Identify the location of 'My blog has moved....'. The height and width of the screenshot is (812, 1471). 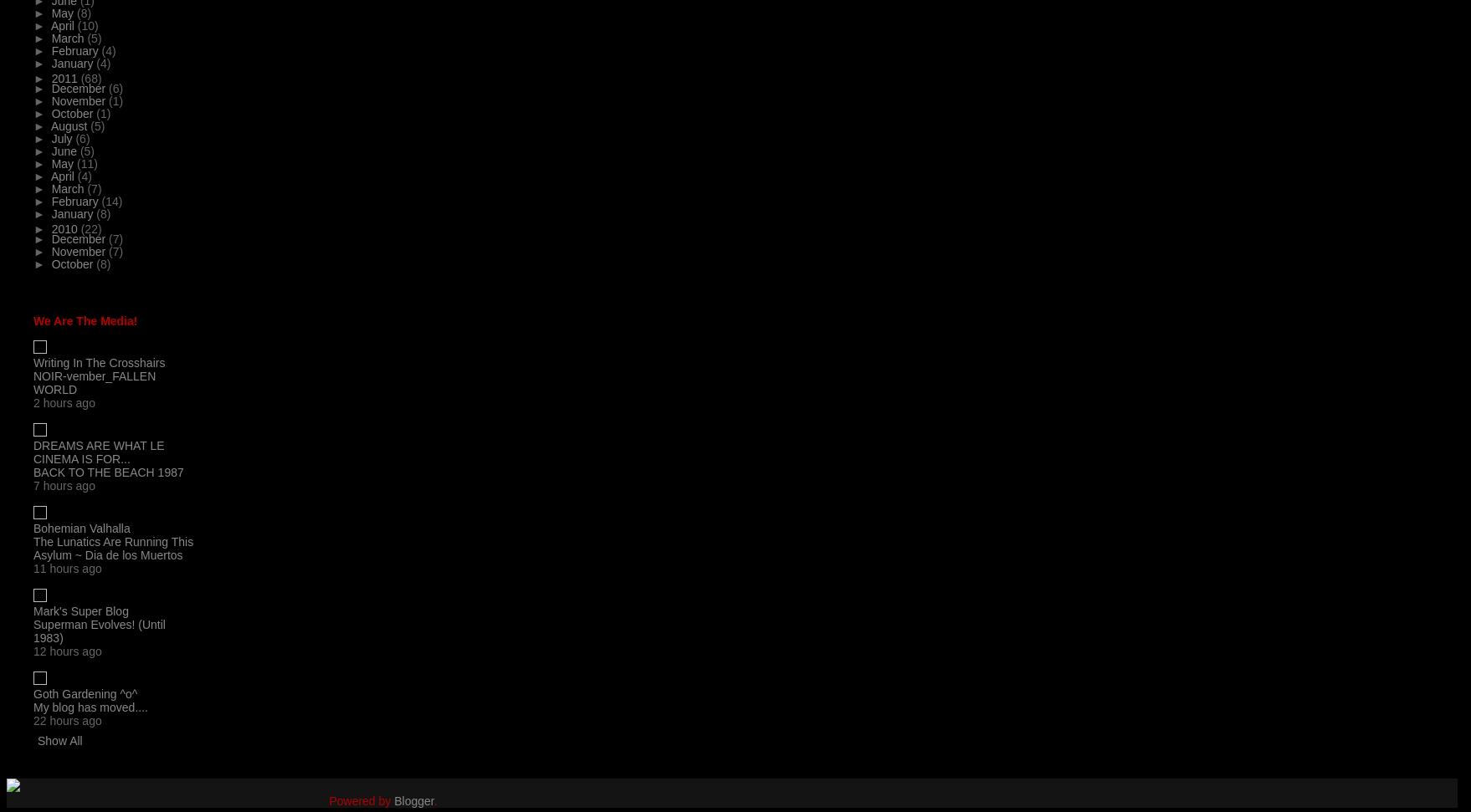
(90, 707).